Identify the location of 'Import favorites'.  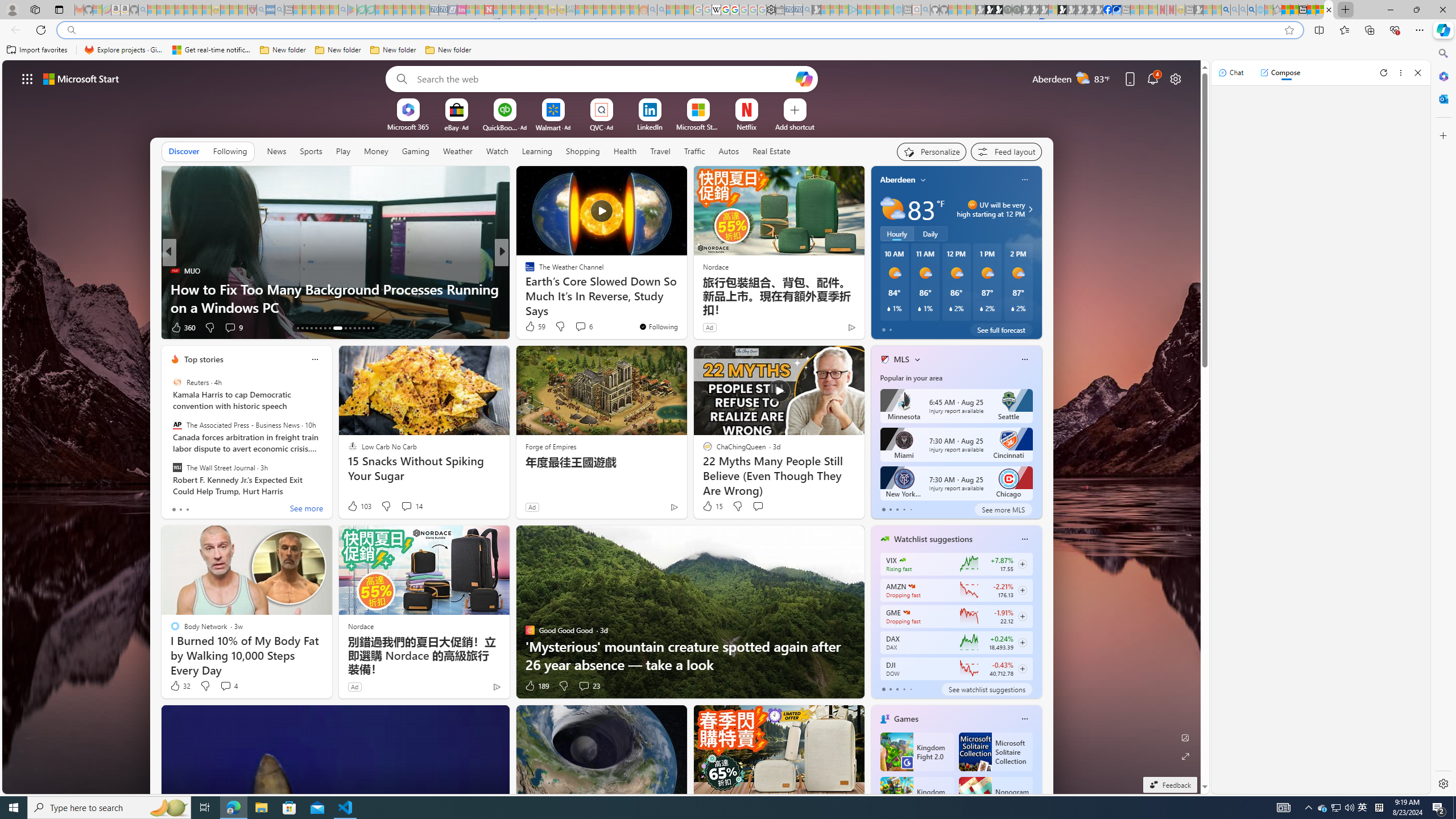
(37, 49).